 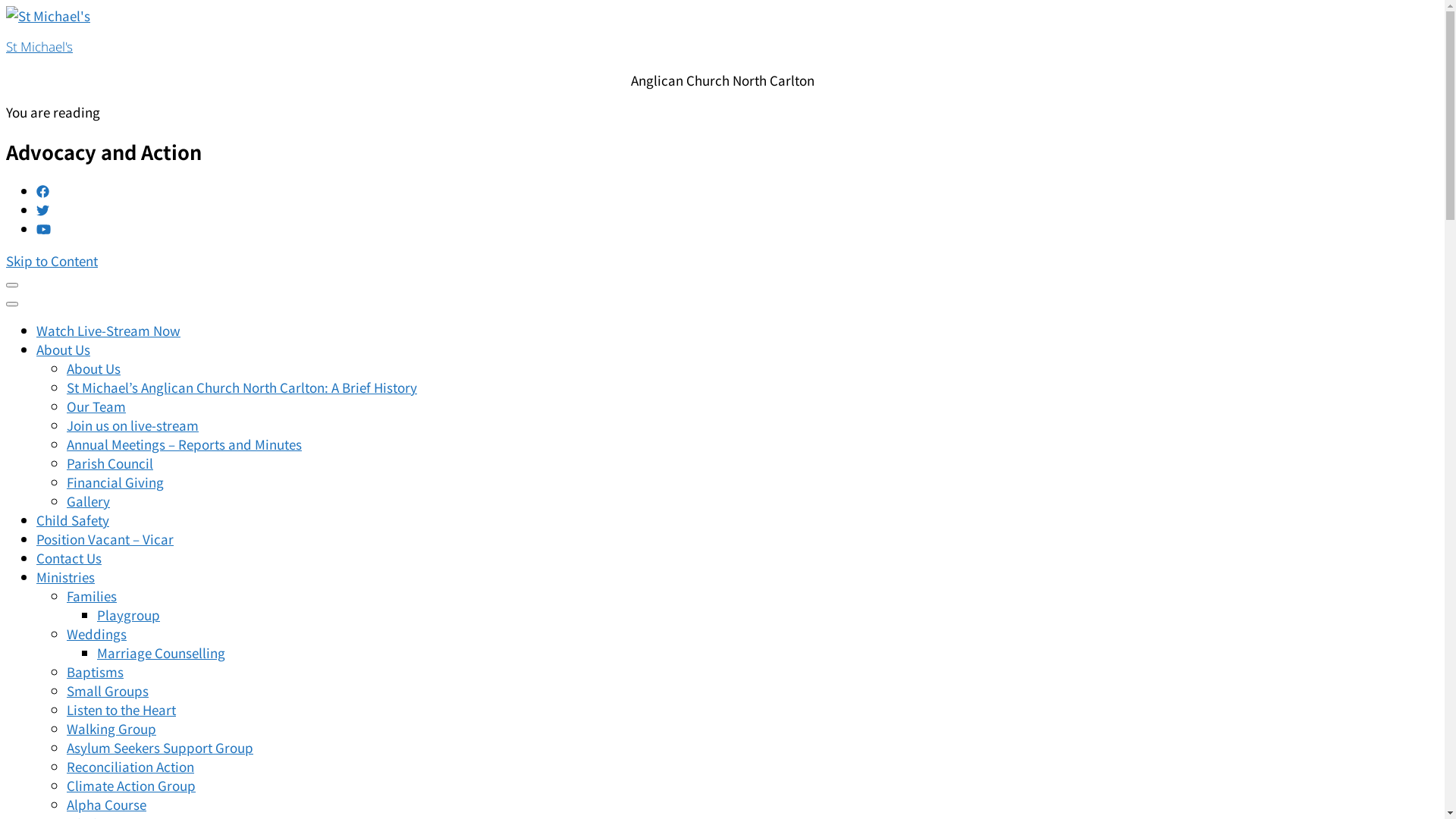 What do you see at coordinates (6, 45) in the screenshot?
I see `'St Michael's'` at bounding box center [6, 45].